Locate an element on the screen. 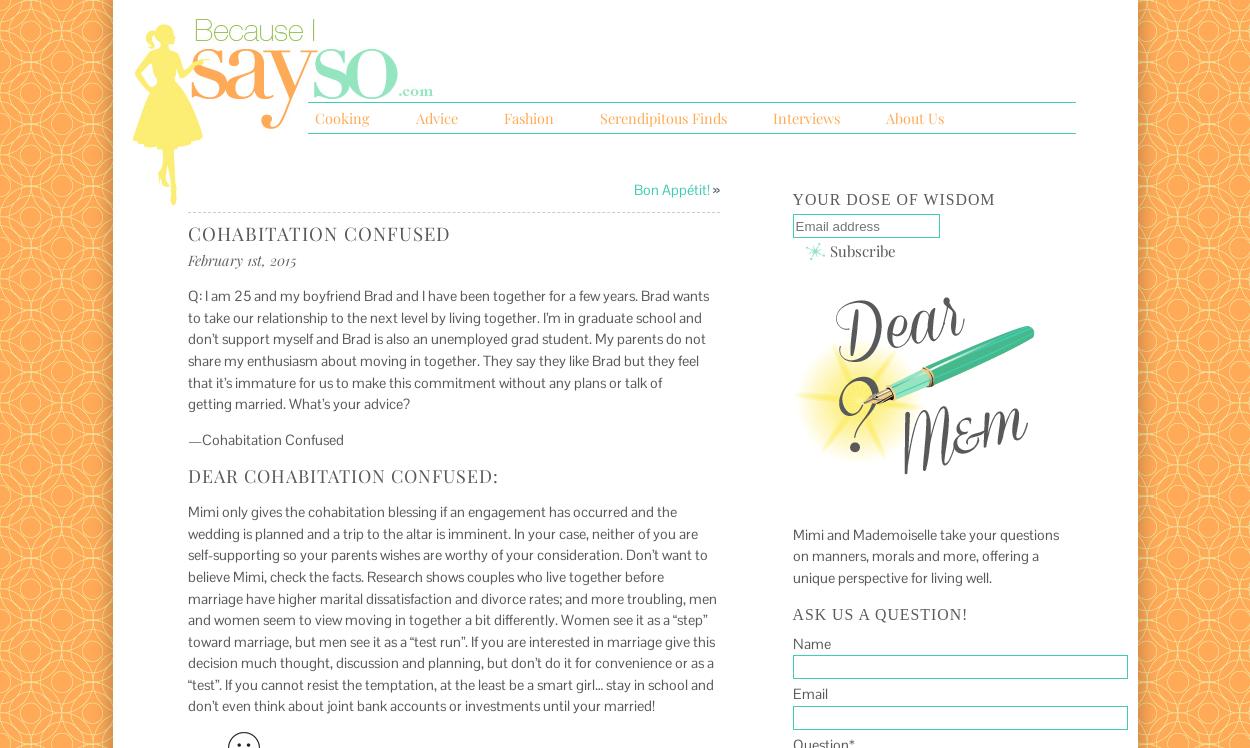 The width and height of the screenshot is (1250, 748). 'Serendipitous Finds' is located at coordinates (662, 118).